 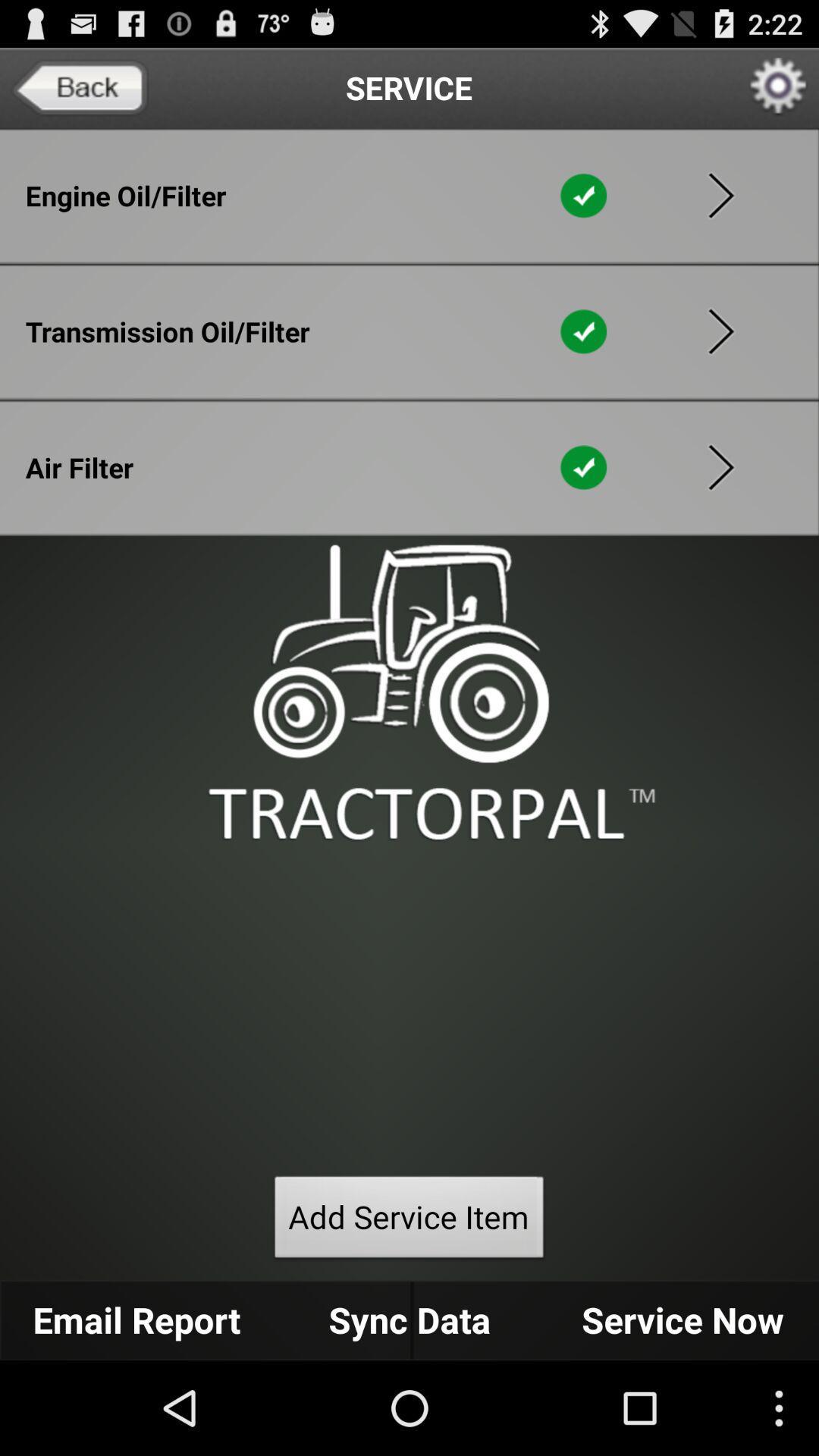 What do you see at coordinates (79, 86) in the screenshot?
I see `go back` at bounding box center [79, 86].